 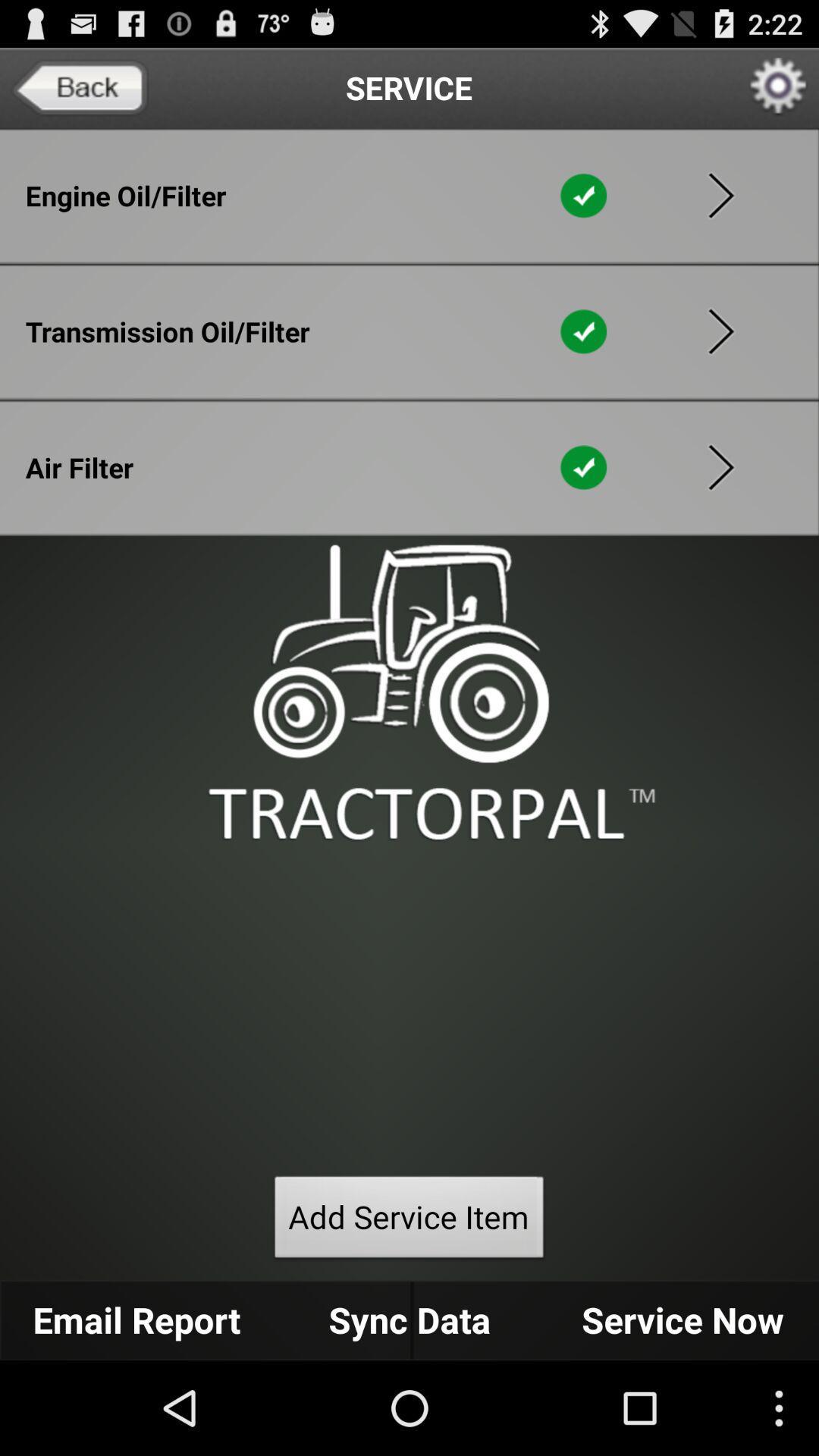 What do you see at coordinates (79, 86) in the screenshot?
I see `go back` at bounding box center [79, 86].